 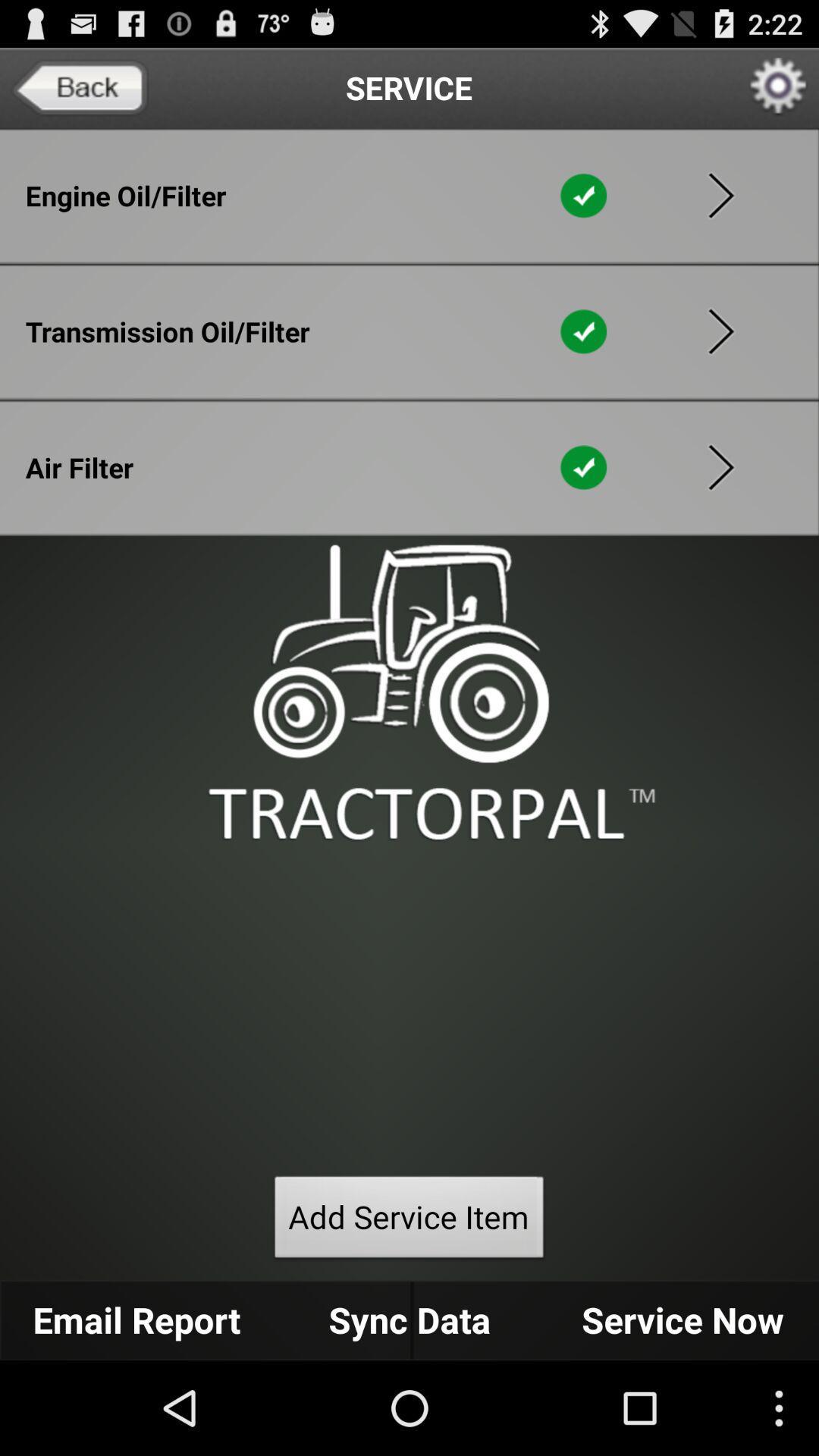 What do you see at coordinates (79, 86) in the screenshot?
I see `go back` at bounding box center [79, 86].